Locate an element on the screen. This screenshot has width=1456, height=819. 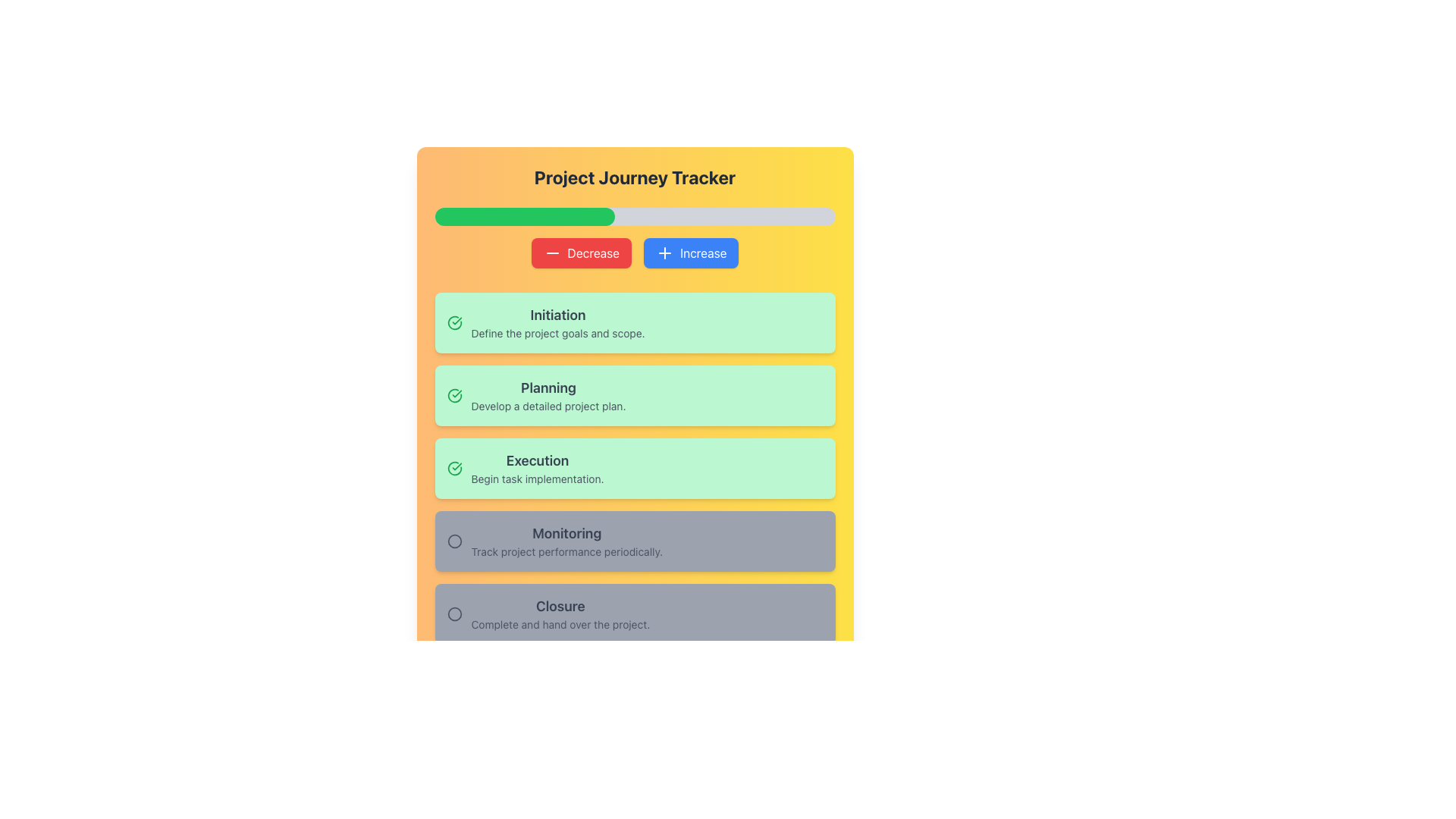
displayed message in the text label that contains 'Begin task implementation.' located beneath the title 'Execution' is located at coordinates (538, 479).